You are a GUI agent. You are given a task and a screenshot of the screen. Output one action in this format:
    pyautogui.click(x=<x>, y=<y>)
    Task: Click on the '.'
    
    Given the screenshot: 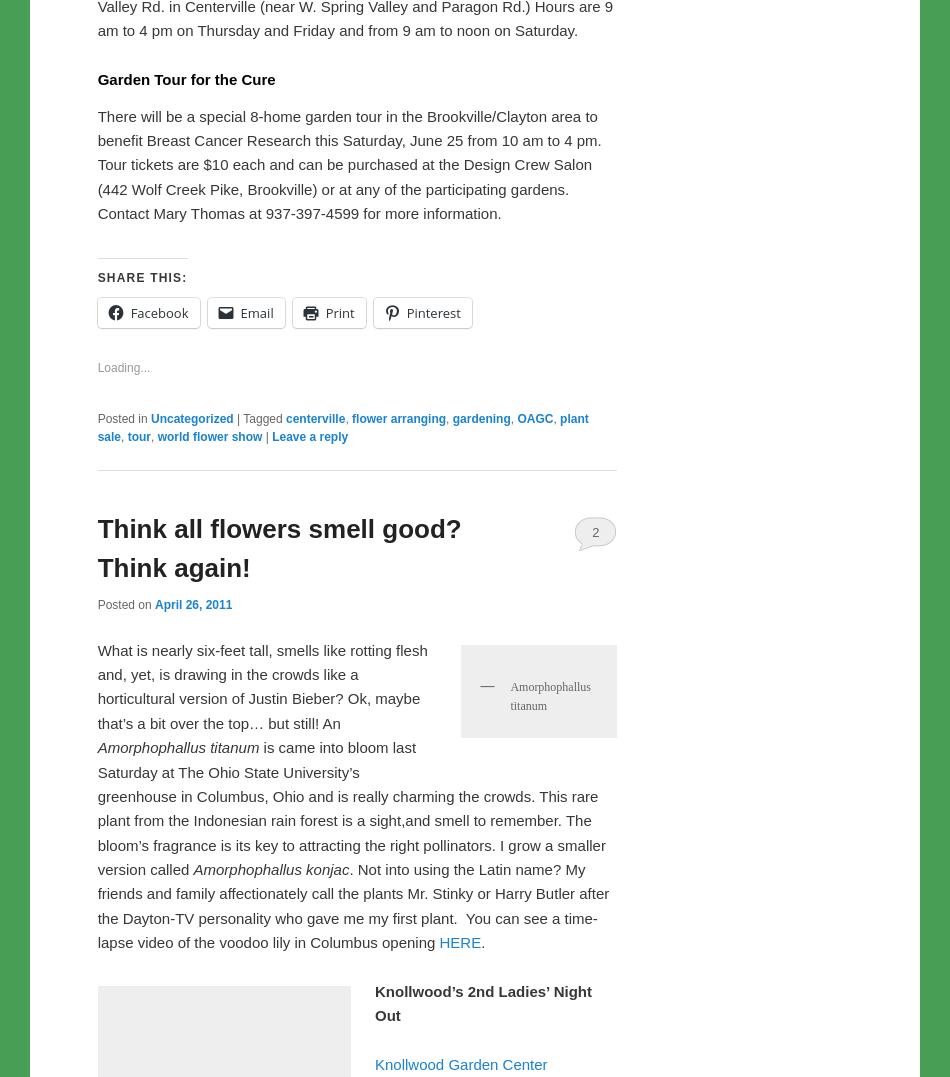 What is the action you would take?
    pyautogui.click(x=140, y=100)
    